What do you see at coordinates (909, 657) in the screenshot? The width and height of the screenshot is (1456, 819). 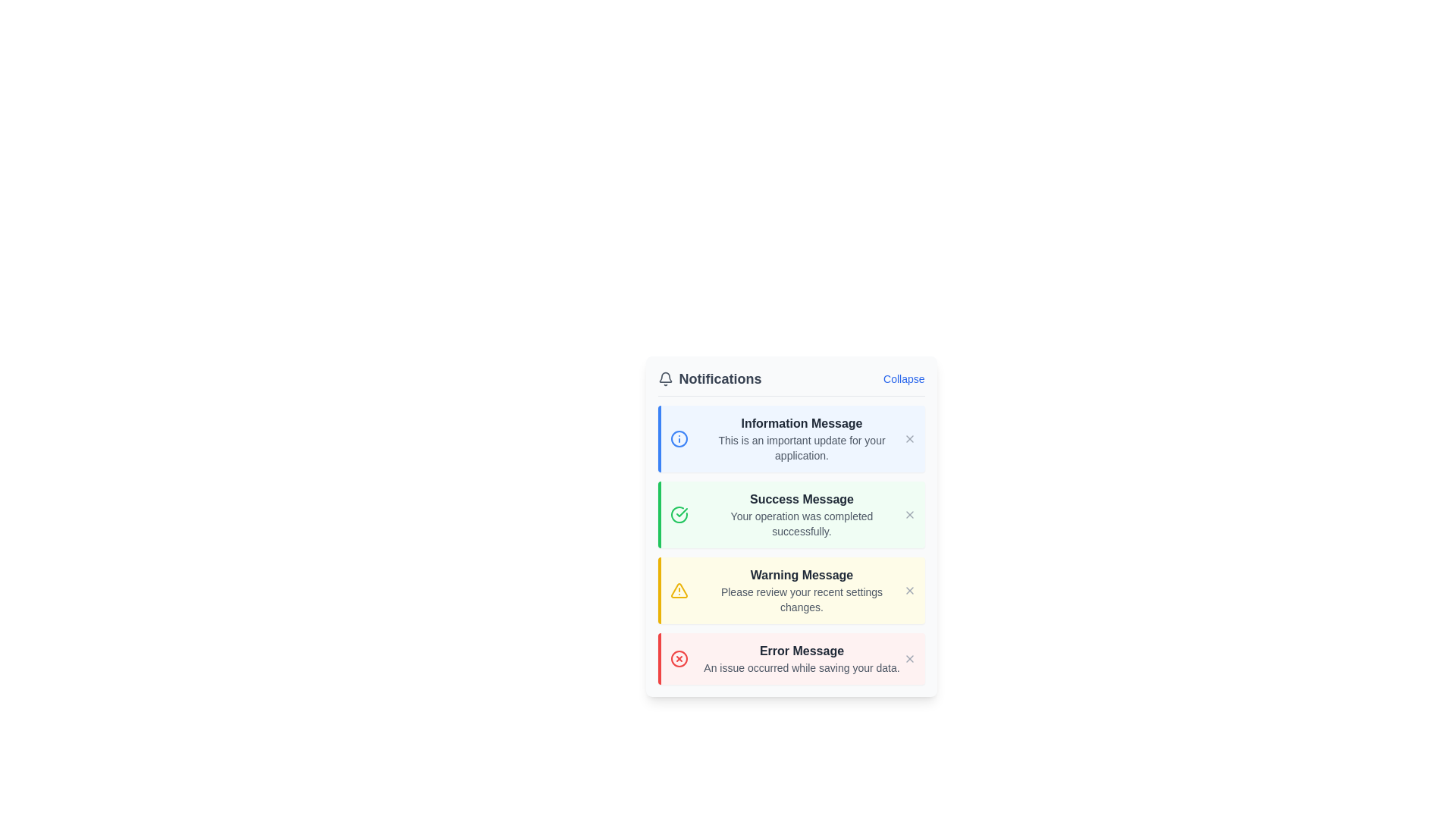 I see `the Close button icon, which is a small gray icon with a cross symbol located at the top-right corner of the error message notification in the notifications panel, to change its color` at bounding box center [909, 657].